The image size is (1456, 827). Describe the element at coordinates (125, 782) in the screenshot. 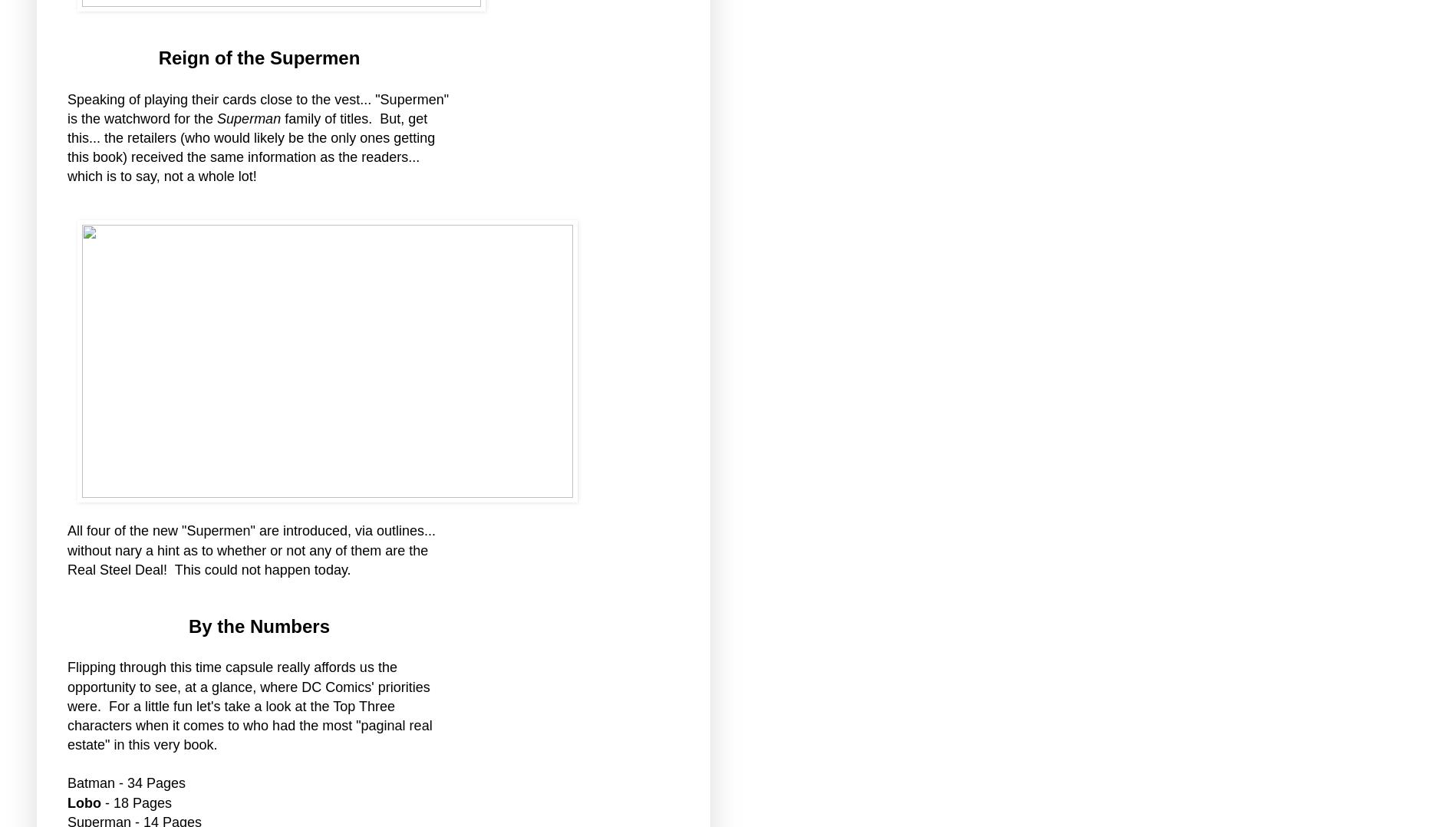

I see `'Batman - 34 Pages'` at that location.